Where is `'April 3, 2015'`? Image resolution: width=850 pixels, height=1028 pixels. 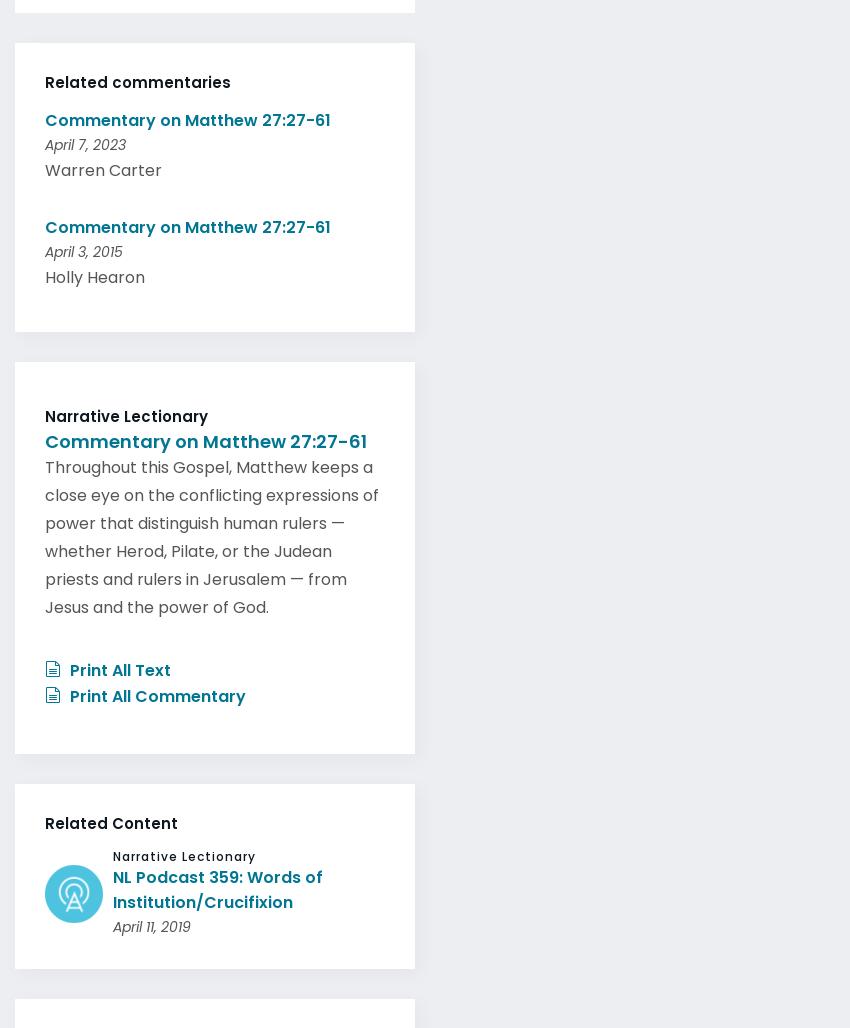 'April 3, 2015' is located at coordinates (83, 245).